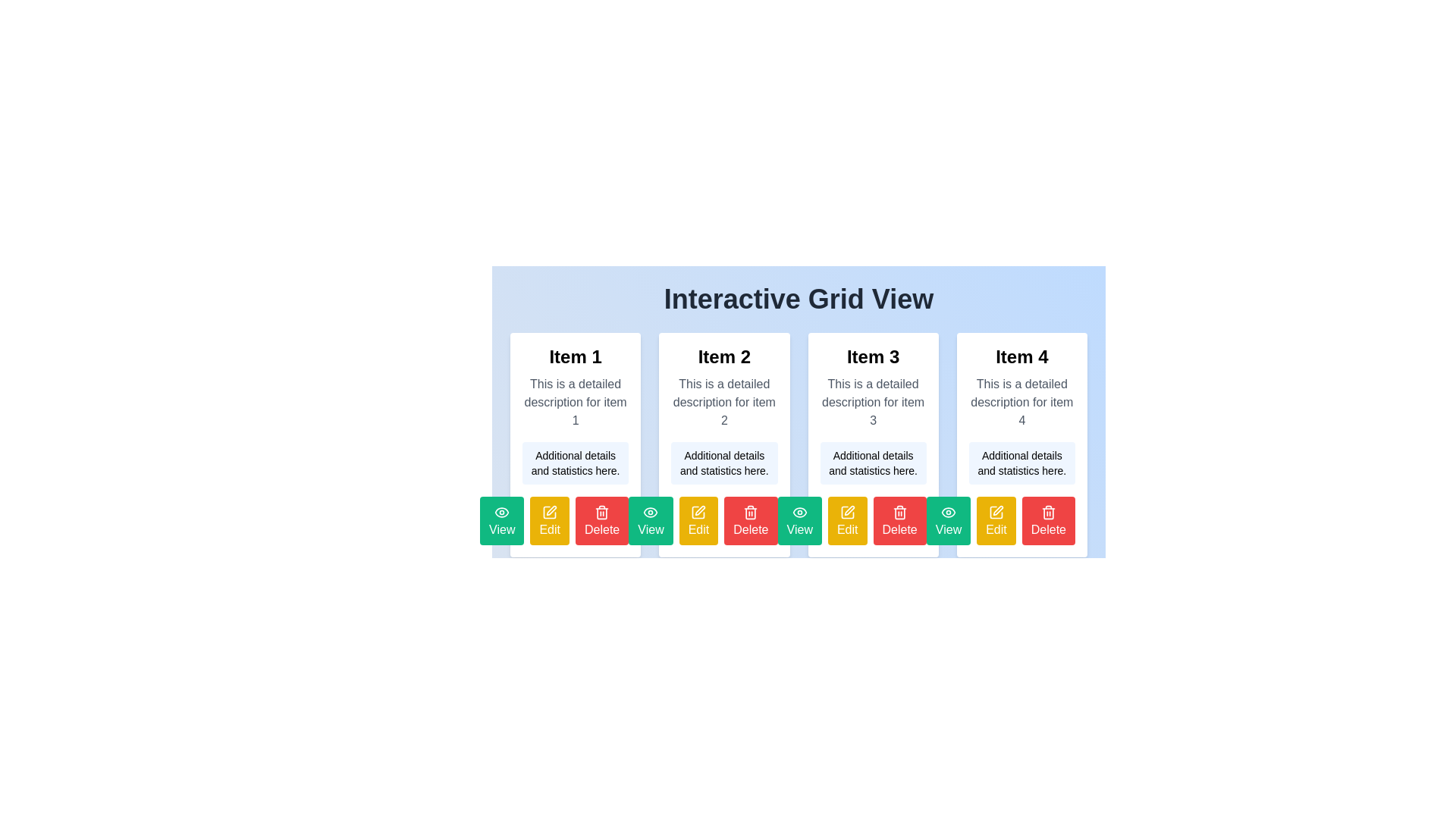 Image resolution: width=1456 pixels, height=819 pixels. What do you see at coordinates (651, 519) in the screenshot?
I see `the 'View' button located under the 'Item 2' box` at bounding box center [651, 519].